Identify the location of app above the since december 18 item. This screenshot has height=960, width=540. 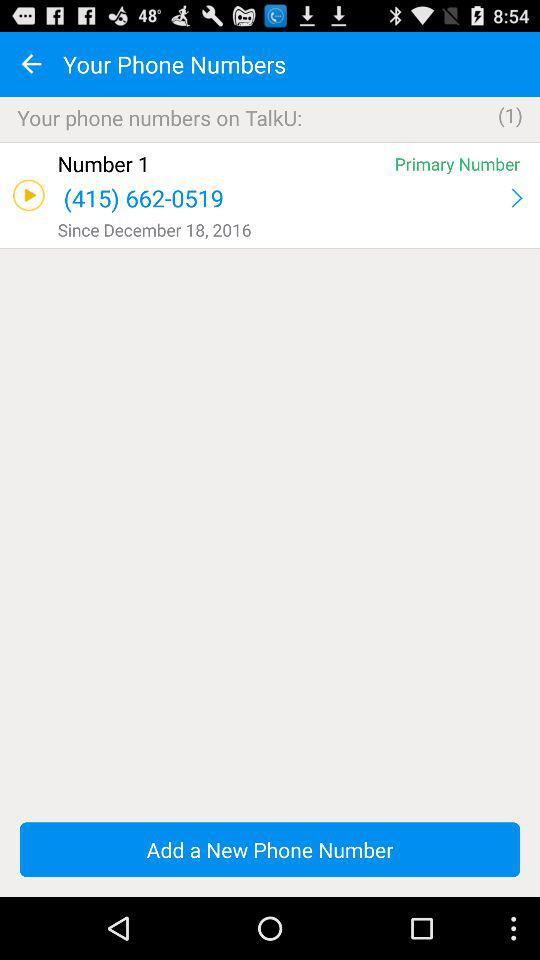
(516, 198).